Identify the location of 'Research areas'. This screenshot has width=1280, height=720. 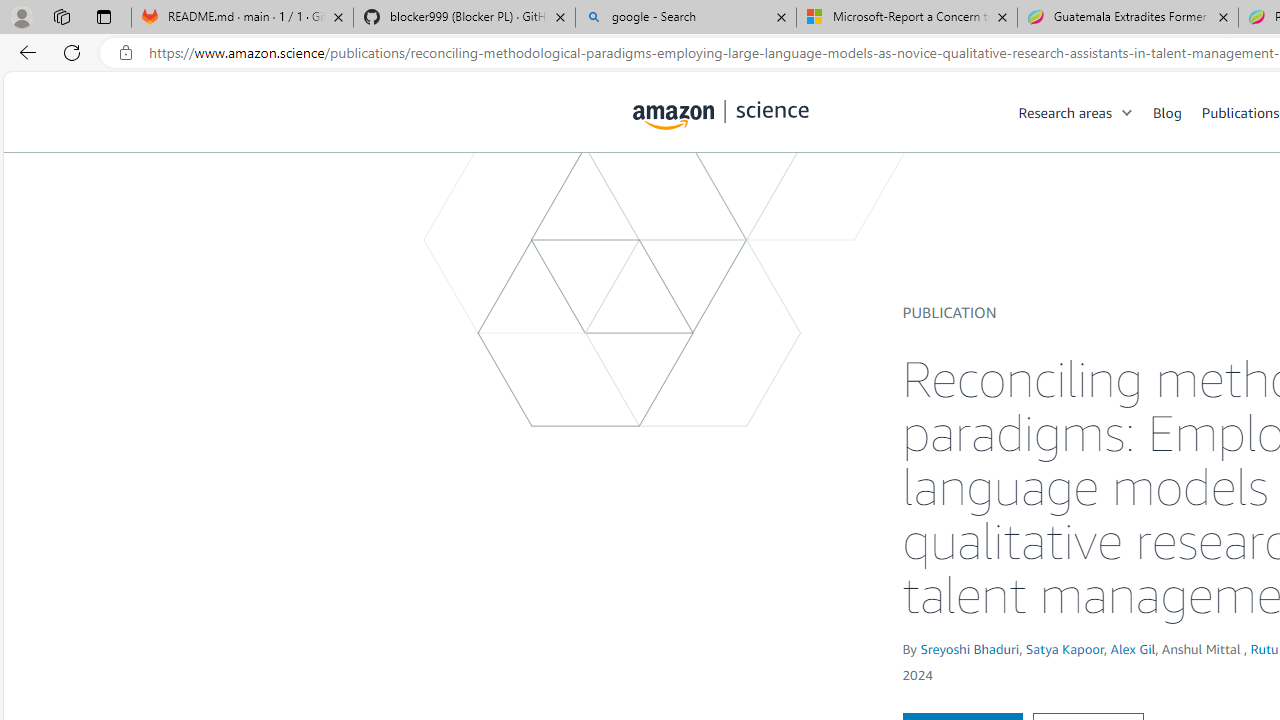
(1064, 111).